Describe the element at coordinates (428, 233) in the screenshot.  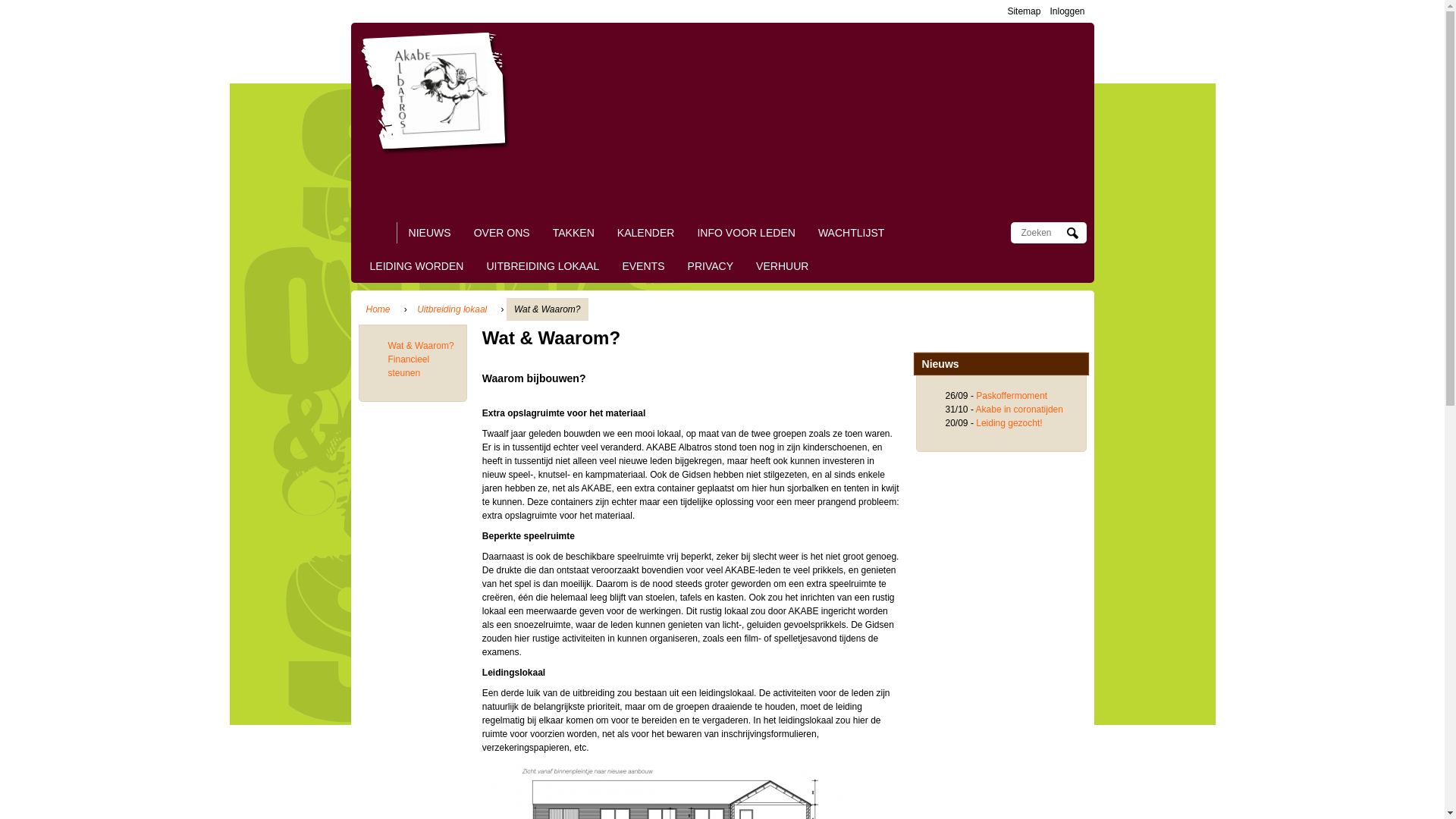
I see `'NIEUWS'` at that location.